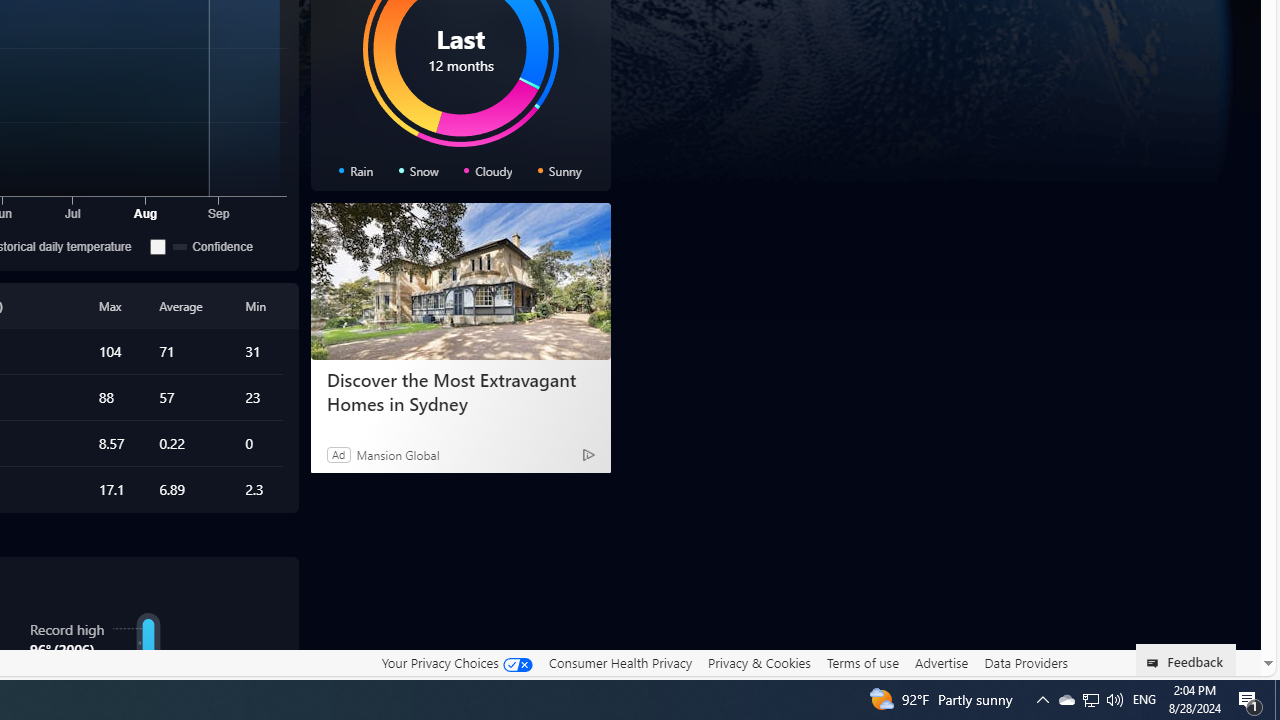 This screenshot has width=1280, height=720. Describe the element at coordinates (758, 663) in the screenshot. I see `'Privacy & Cookies'` at that location.